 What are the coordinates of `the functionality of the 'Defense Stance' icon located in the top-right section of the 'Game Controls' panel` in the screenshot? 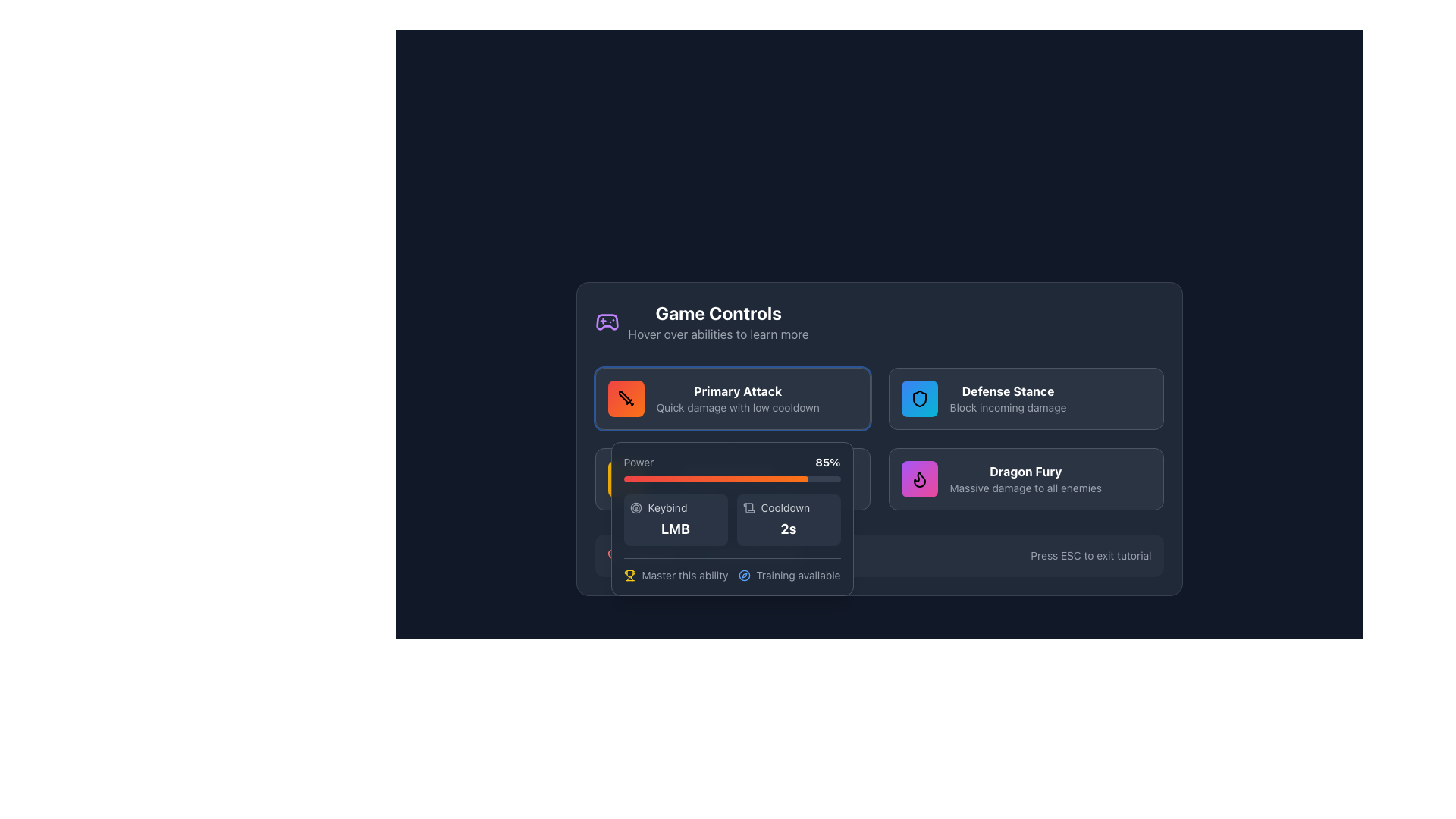 It's located at (918, 397).